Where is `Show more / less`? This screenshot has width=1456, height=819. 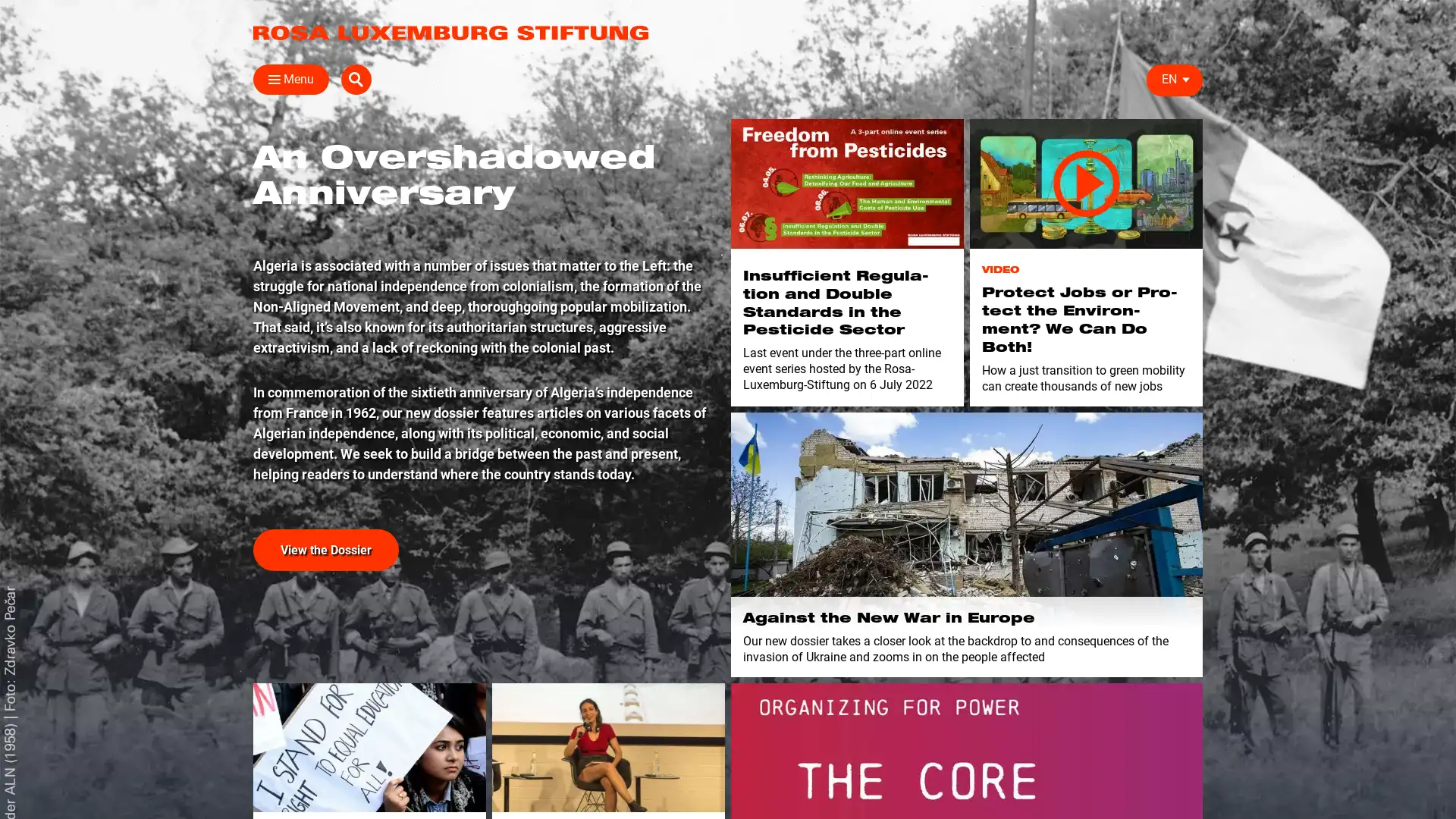 Show more / less is located at coordinates (483, 178).